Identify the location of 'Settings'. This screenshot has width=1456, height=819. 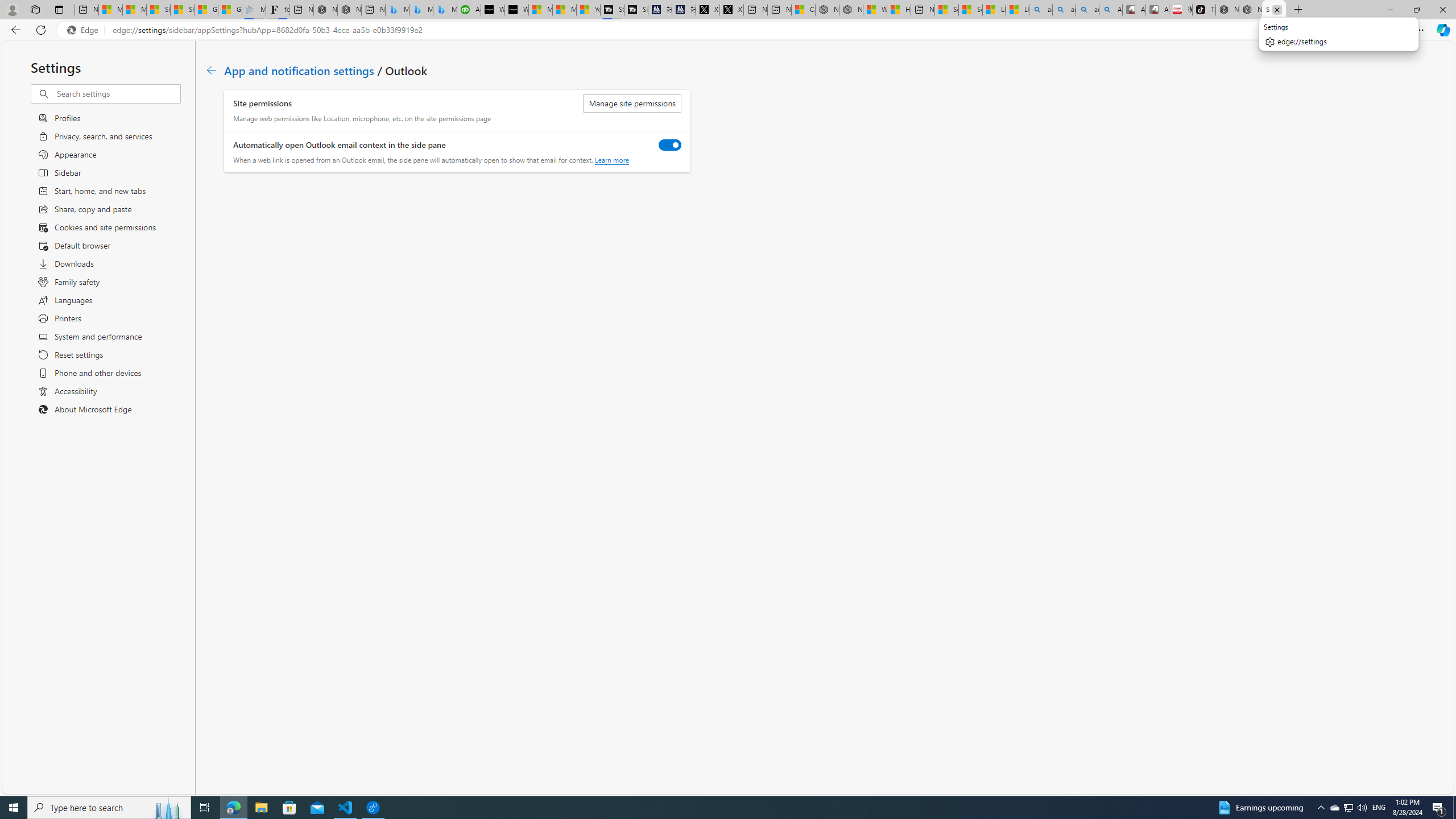
(1273, 9).